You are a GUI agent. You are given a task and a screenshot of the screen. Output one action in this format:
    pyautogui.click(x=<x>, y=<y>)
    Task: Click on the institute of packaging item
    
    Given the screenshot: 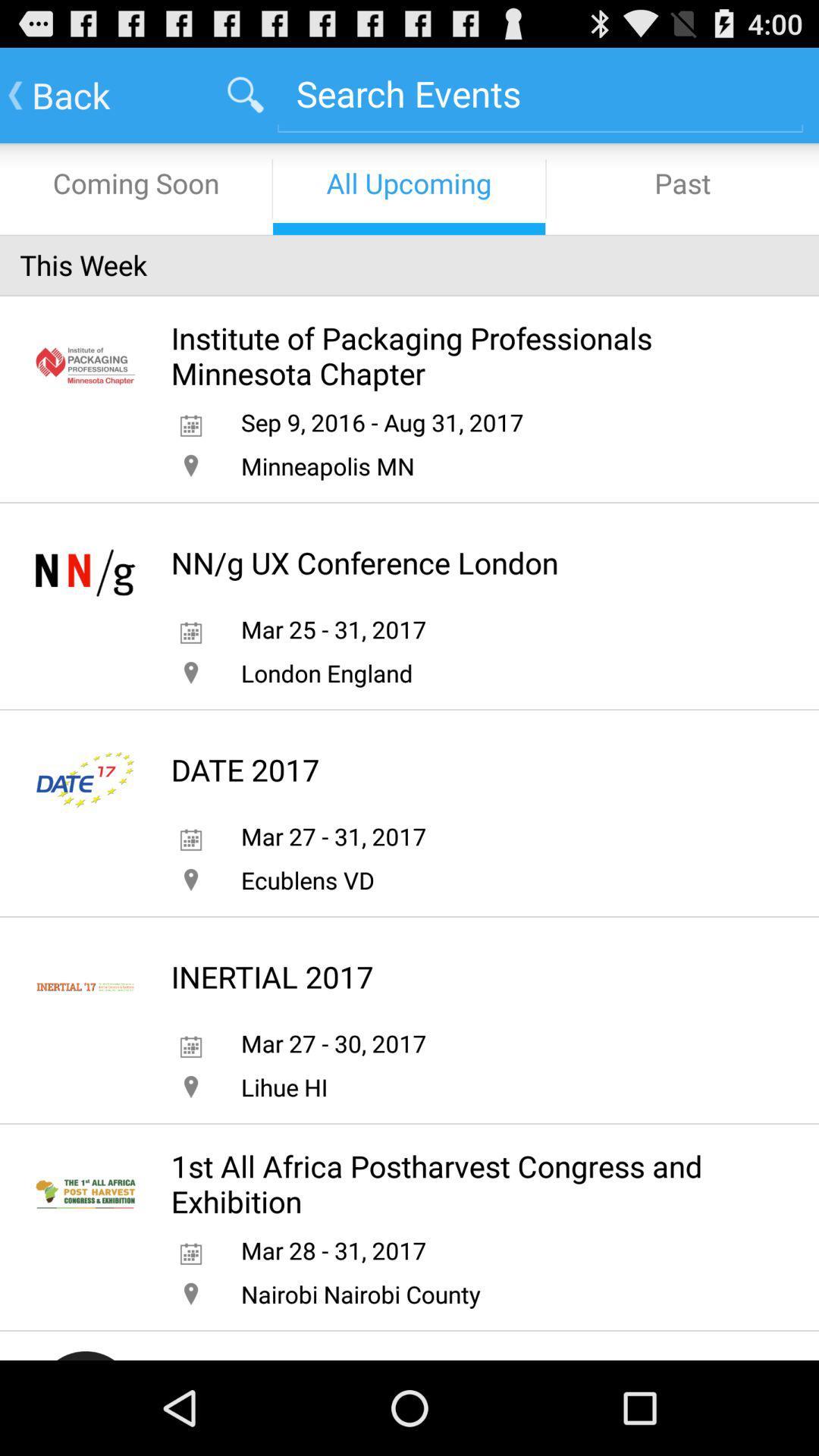 What is the action you would take?
    pyautogui.click(x=462, y=355)
    